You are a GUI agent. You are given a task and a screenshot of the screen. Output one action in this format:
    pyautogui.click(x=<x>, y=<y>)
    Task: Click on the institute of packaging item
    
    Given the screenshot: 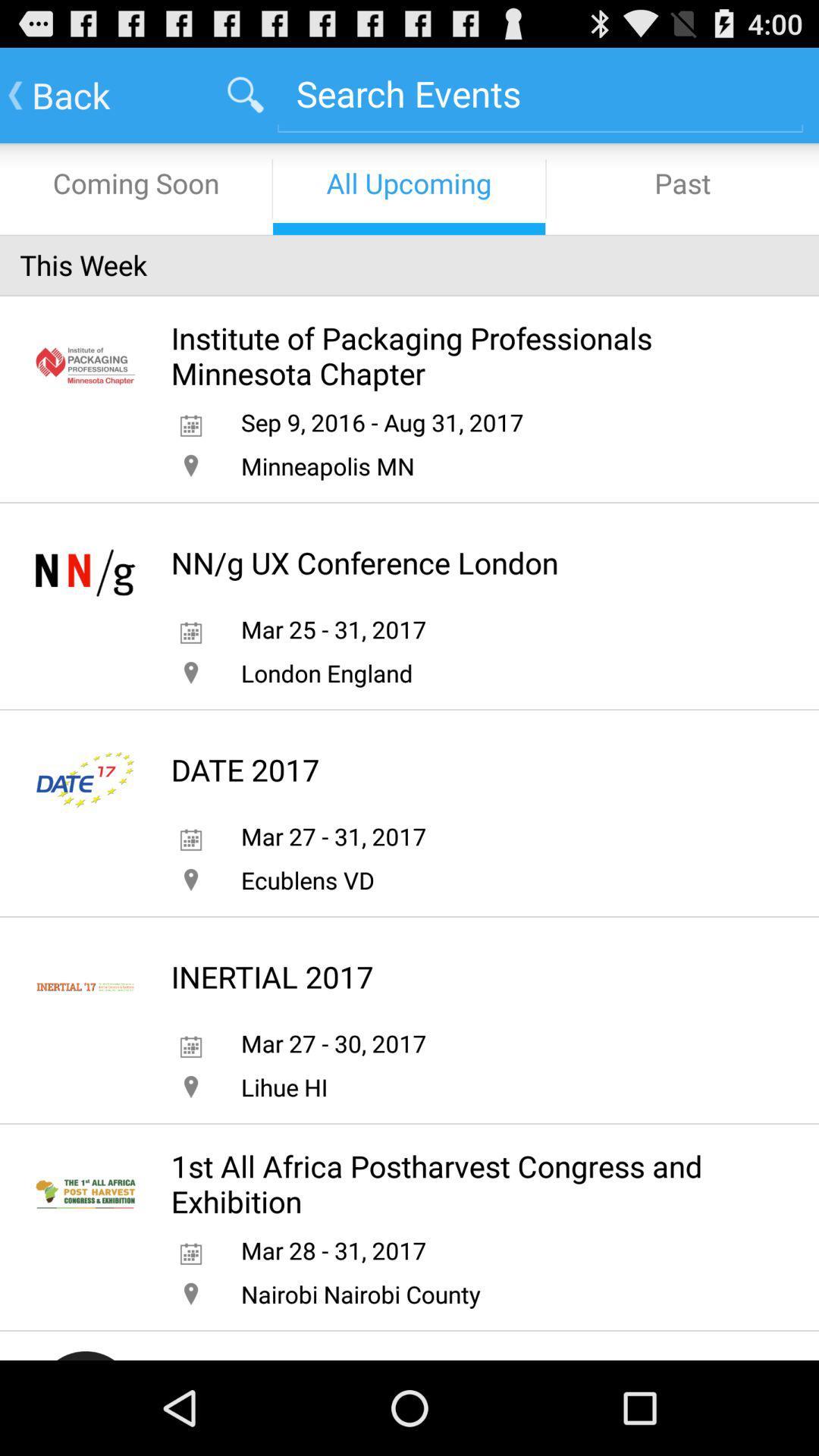 What is the action you would take?
    pyautogui.click(x=462, y=355)
    